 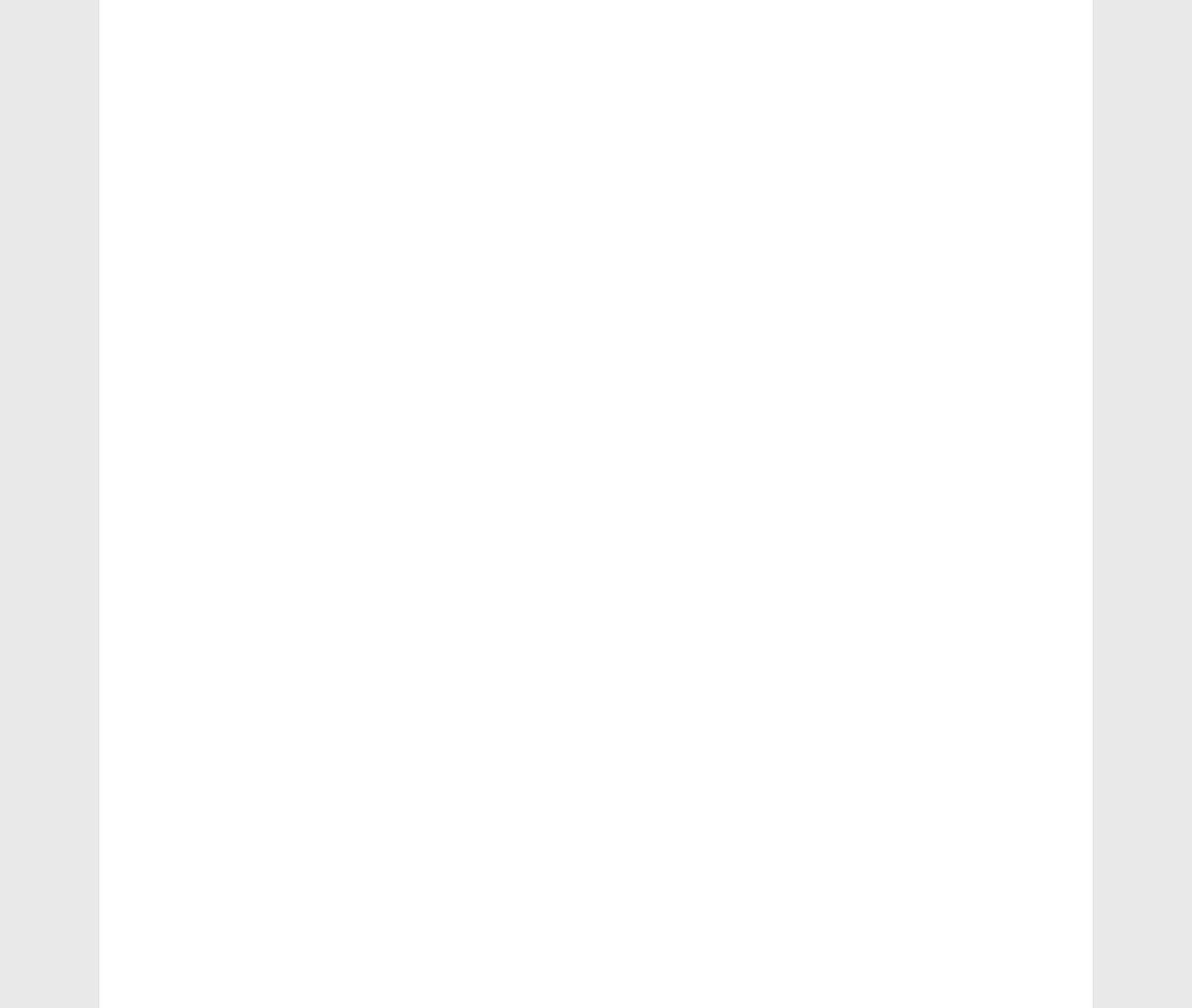 I want to click on 'e-accounting', so click(x=896, y=256).